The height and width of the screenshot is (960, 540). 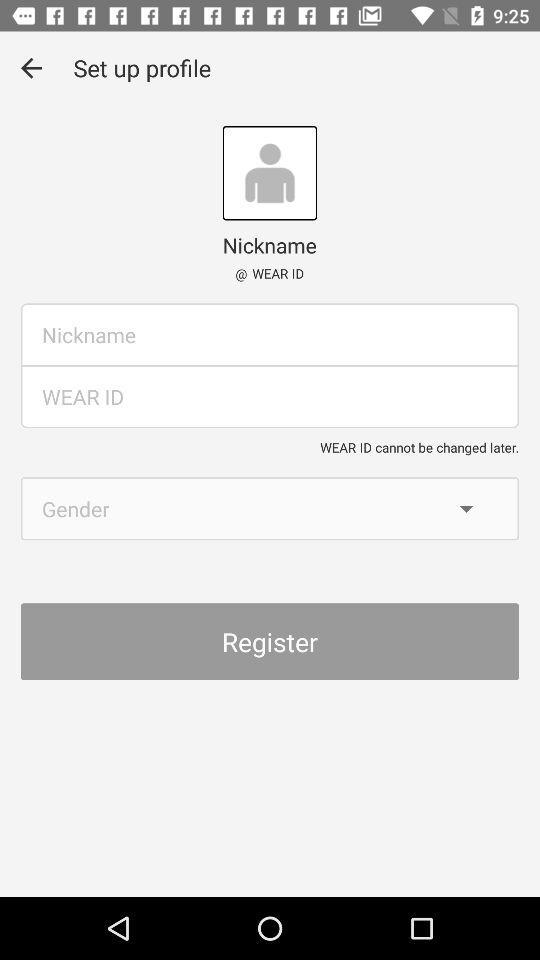 I want to click on typing box, so click(x=270, y=334).